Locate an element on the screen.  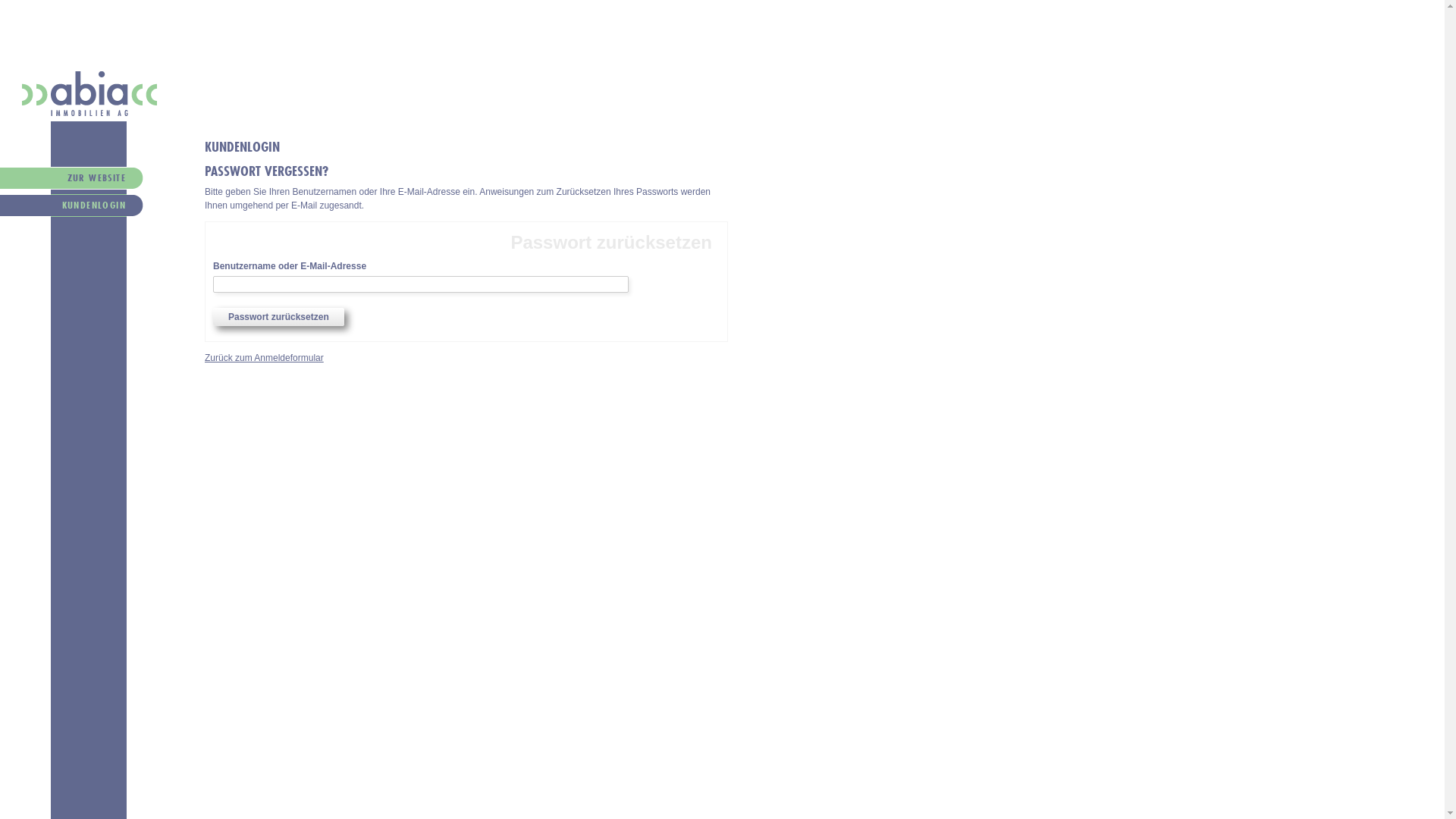
'KUNDENLOGIN' is located at coordinates (0, 207).